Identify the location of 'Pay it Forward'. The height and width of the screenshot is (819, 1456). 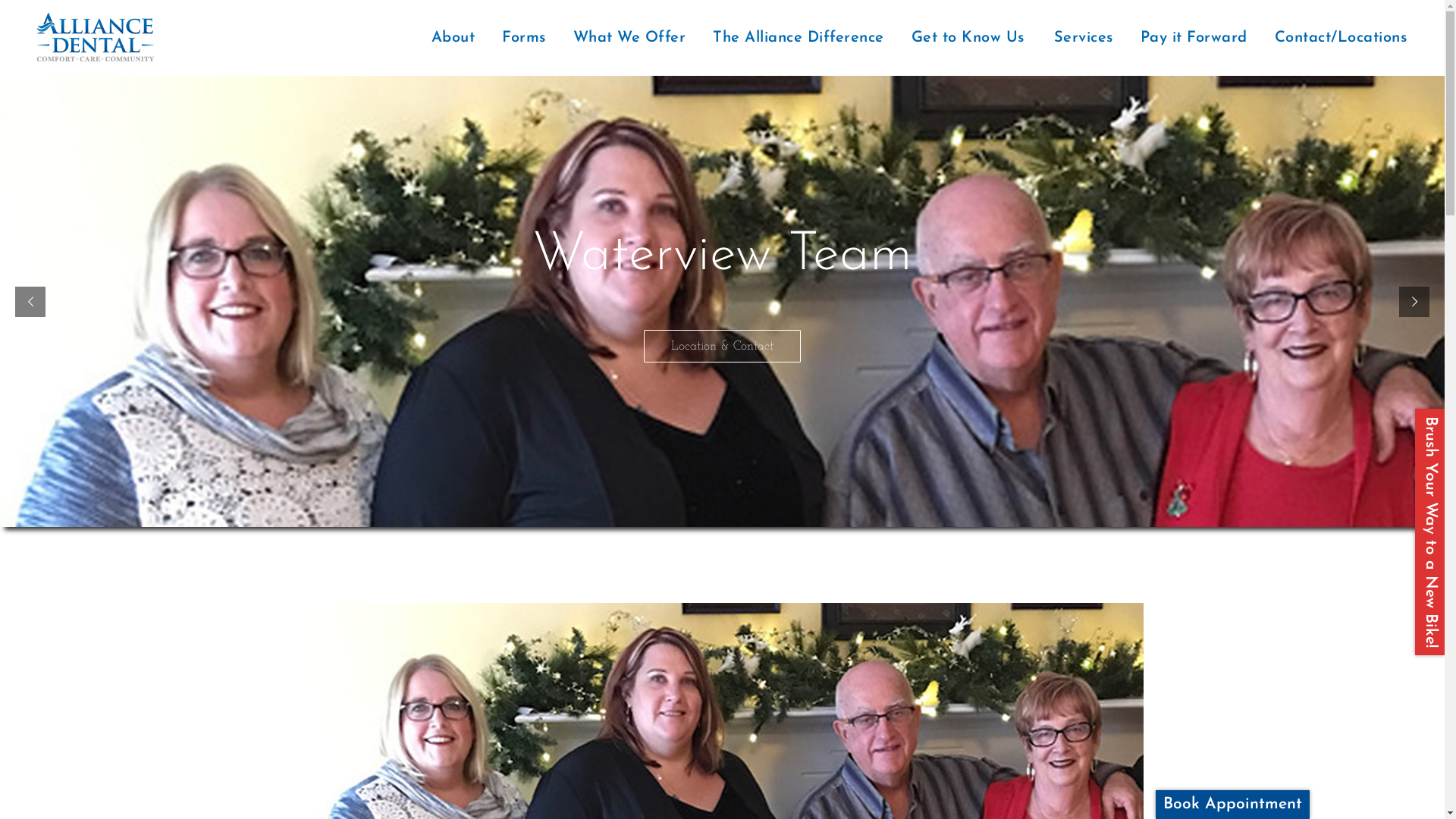
(1192, 37).